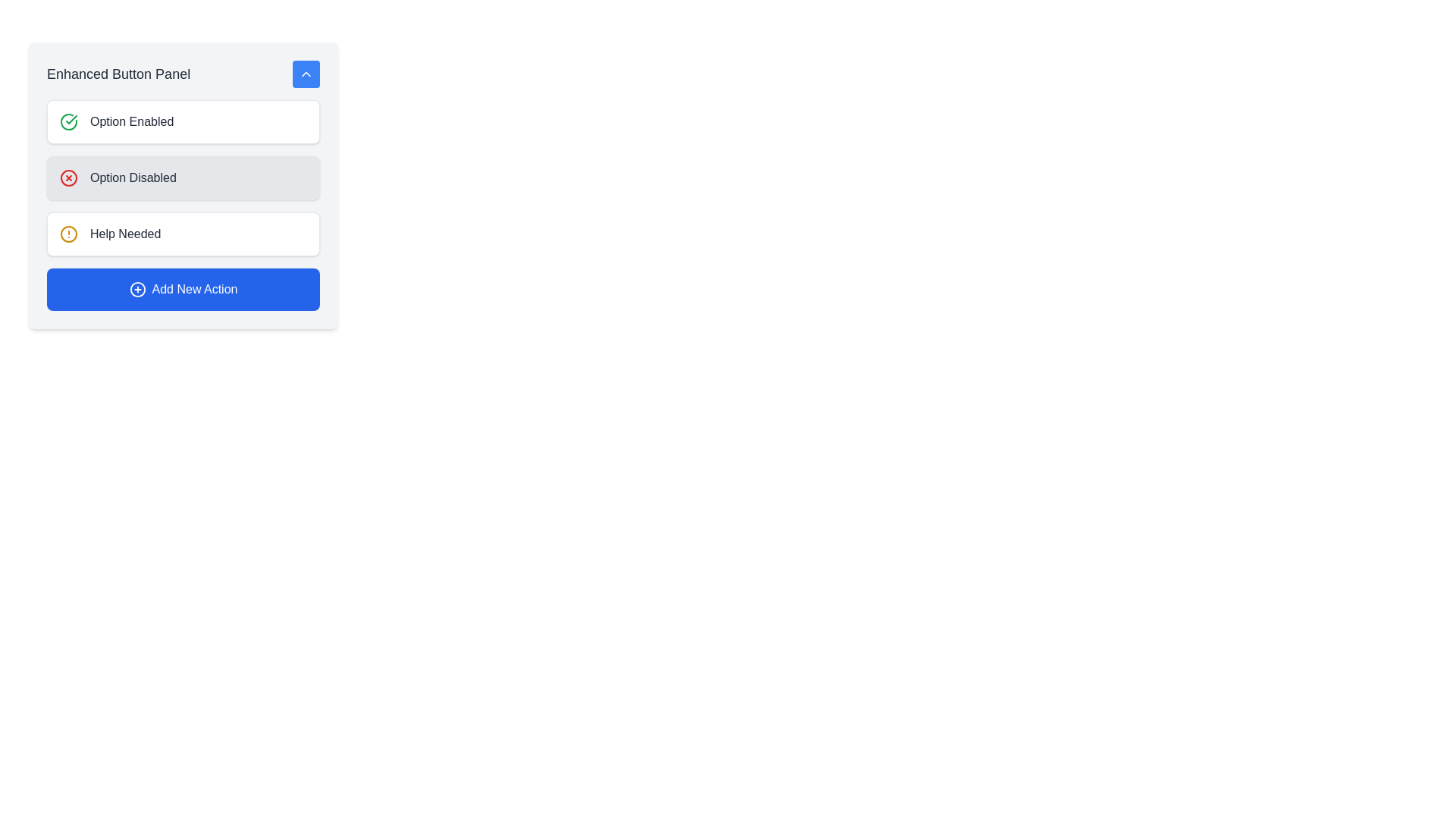 This screenshot has width=1456, height=819. Describe the element at coordinates (68, 234) in the screenshot. I see `the SVG Circle element located within the 'Help Needed' button area of the 'Enhanced Button Panel', serving as a visual cue for alerts or notifications` at that location.